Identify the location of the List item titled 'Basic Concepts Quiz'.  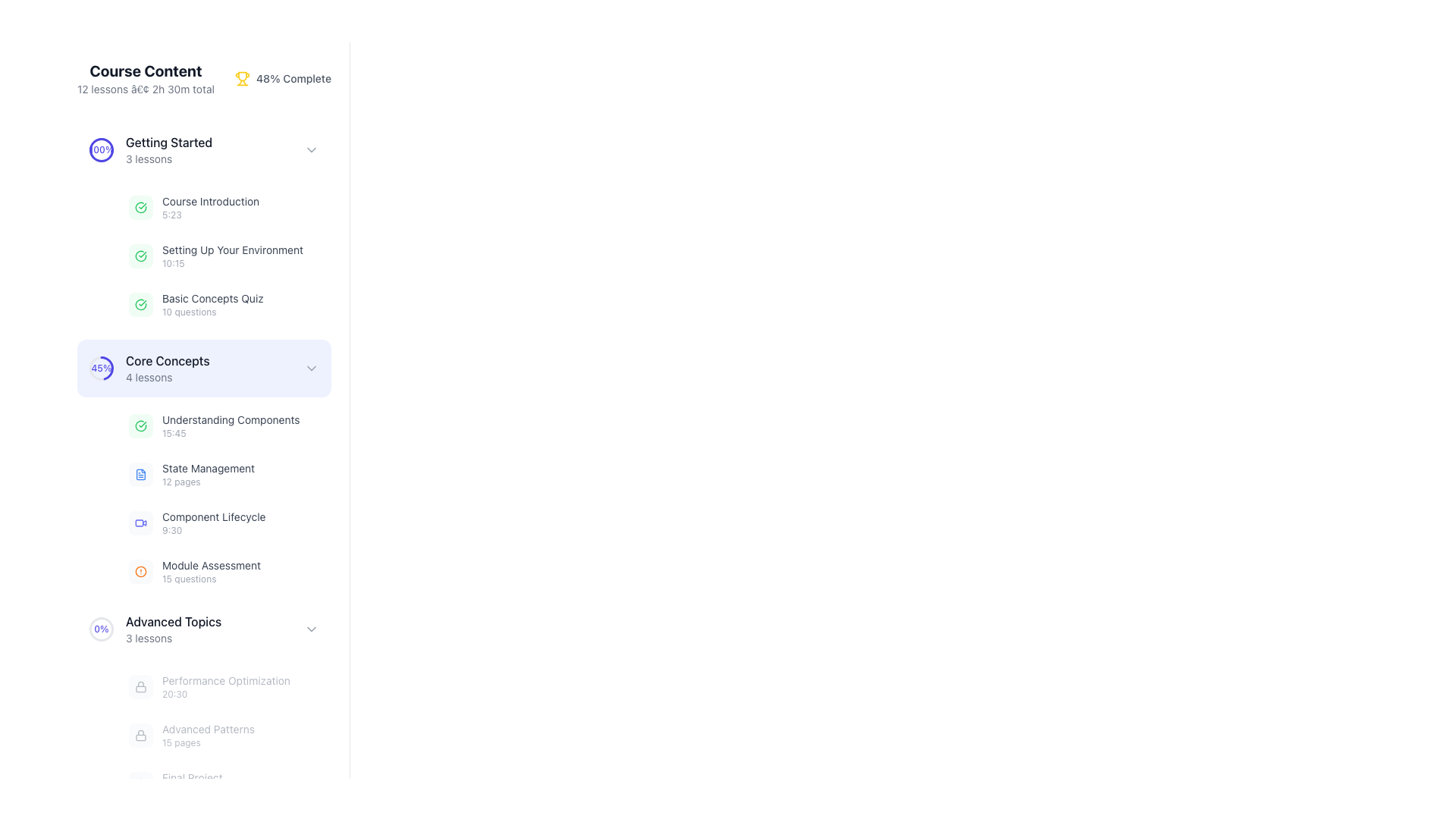
(195, 304).